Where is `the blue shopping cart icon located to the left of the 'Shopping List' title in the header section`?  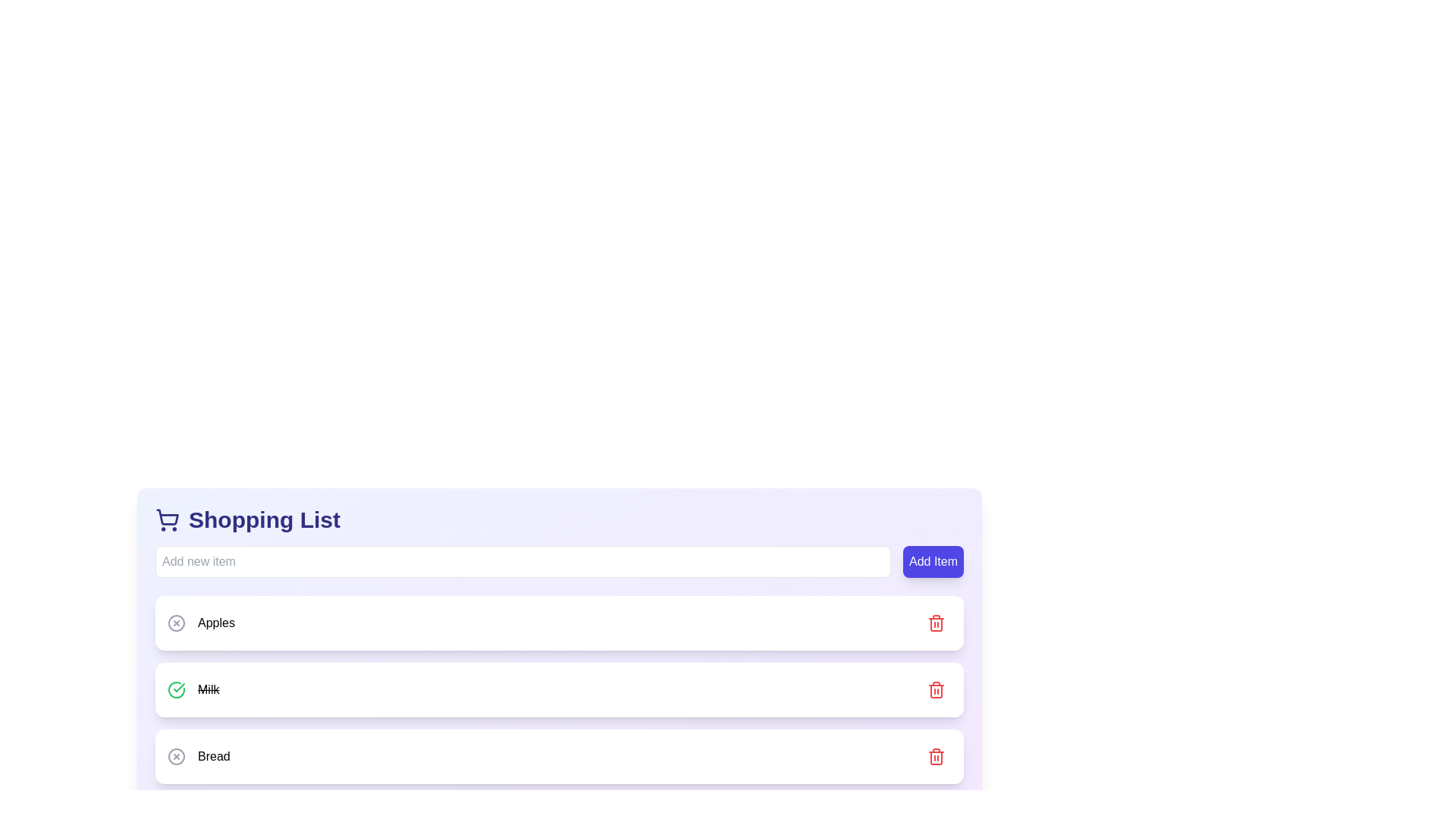 the blue shopping cart icon located to the left of the 'Shopping List' title in the header section is located at coordinates (167, 519).